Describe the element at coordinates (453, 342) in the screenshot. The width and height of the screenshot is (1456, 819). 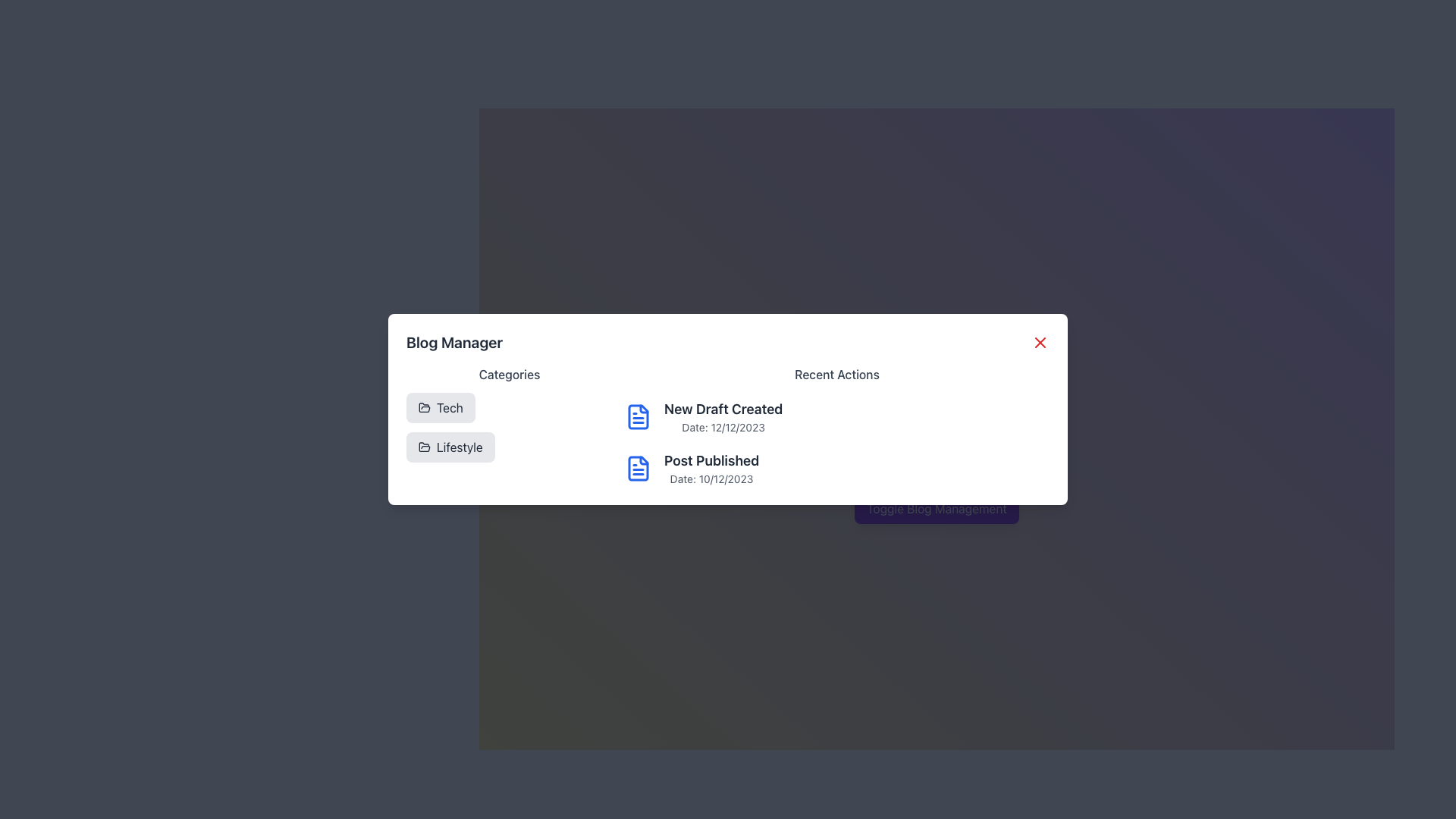
I see `the bold, large-sized black text label stating 'Blog Manager' located at the top-left corner of a white dialog box` at that location.